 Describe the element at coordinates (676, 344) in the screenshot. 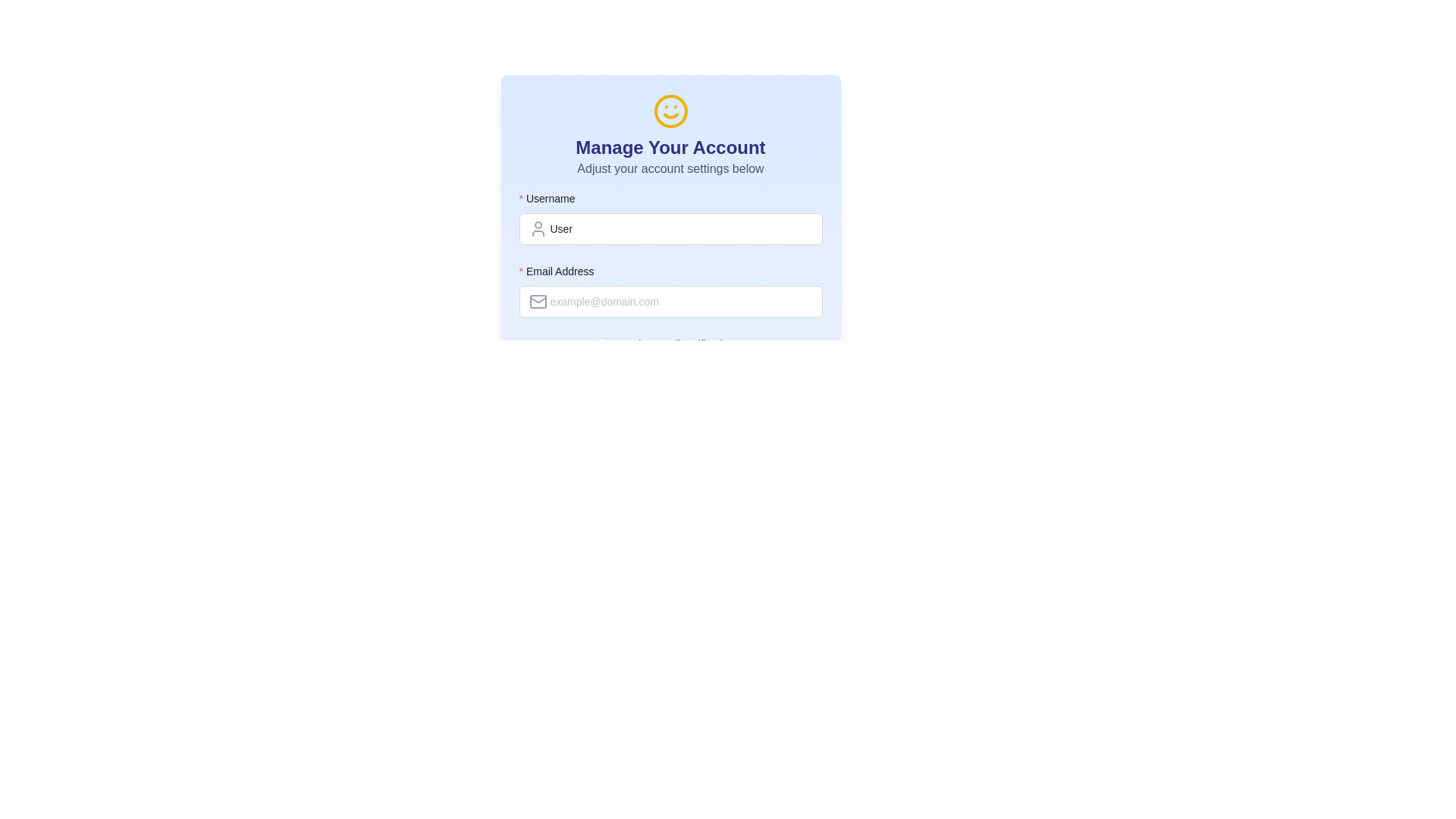

I see `the label element that reads 'Receive email notifications'` at that location.